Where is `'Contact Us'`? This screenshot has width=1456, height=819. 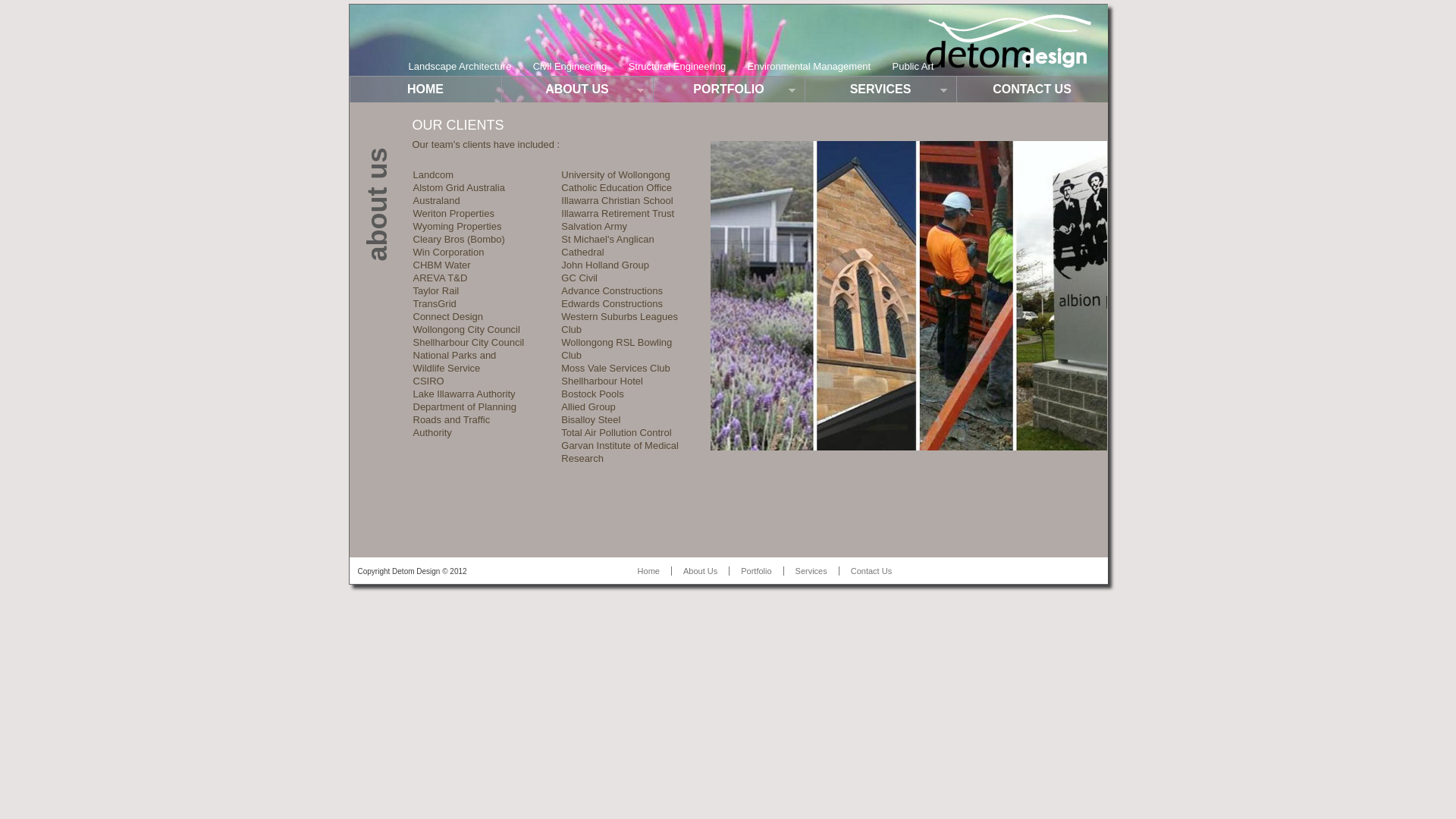
'Contact Us' is located at coordinates (871, 570).